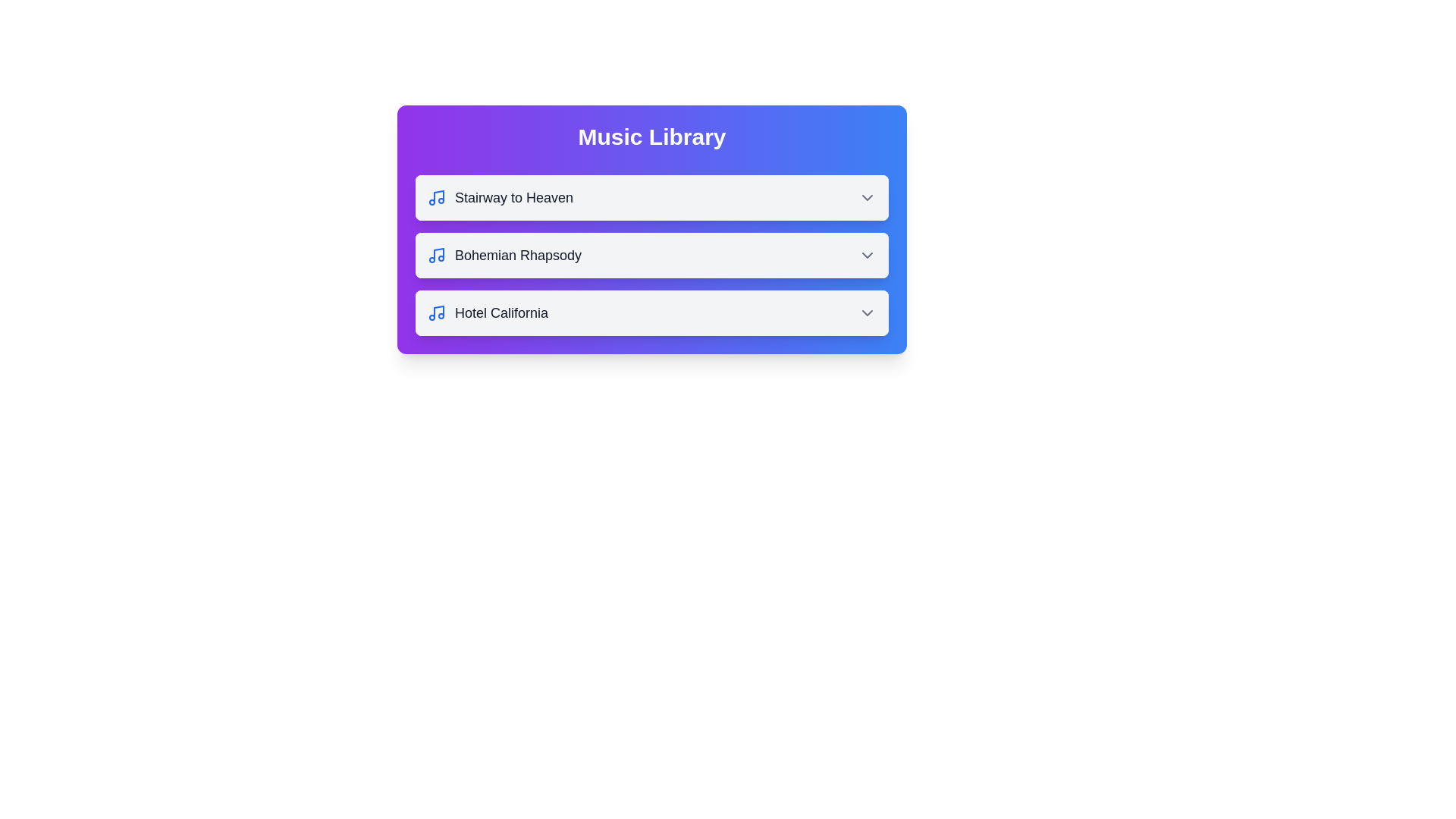 The image size is (1456, 819). I want to click on the music icon located to the left of the text 'Bohemian Rhapsody' in the second row of the list, so click(436, 254).